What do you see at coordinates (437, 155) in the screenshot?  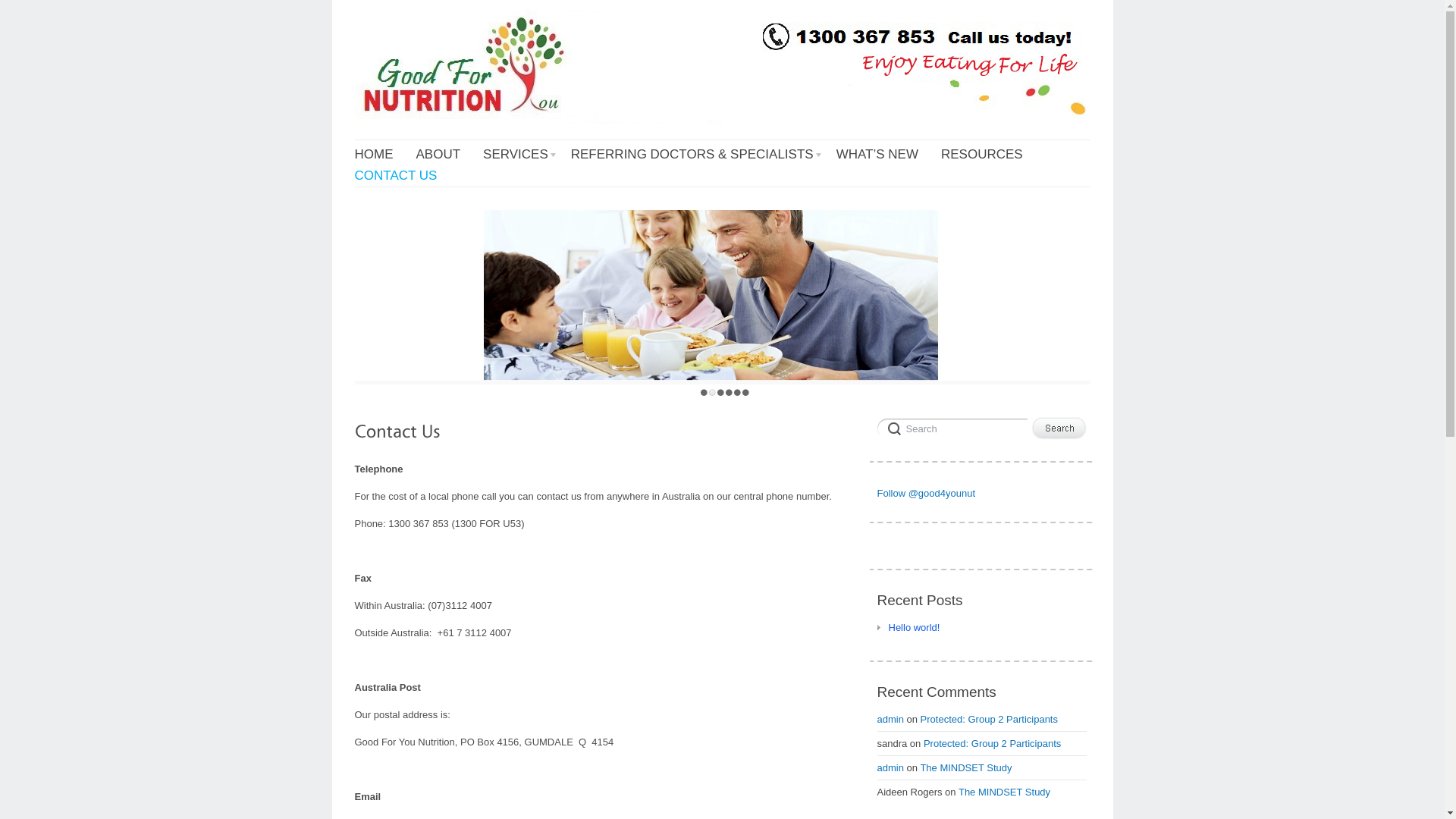 I see `'ABOUT'` at bounding box center [437, 155].